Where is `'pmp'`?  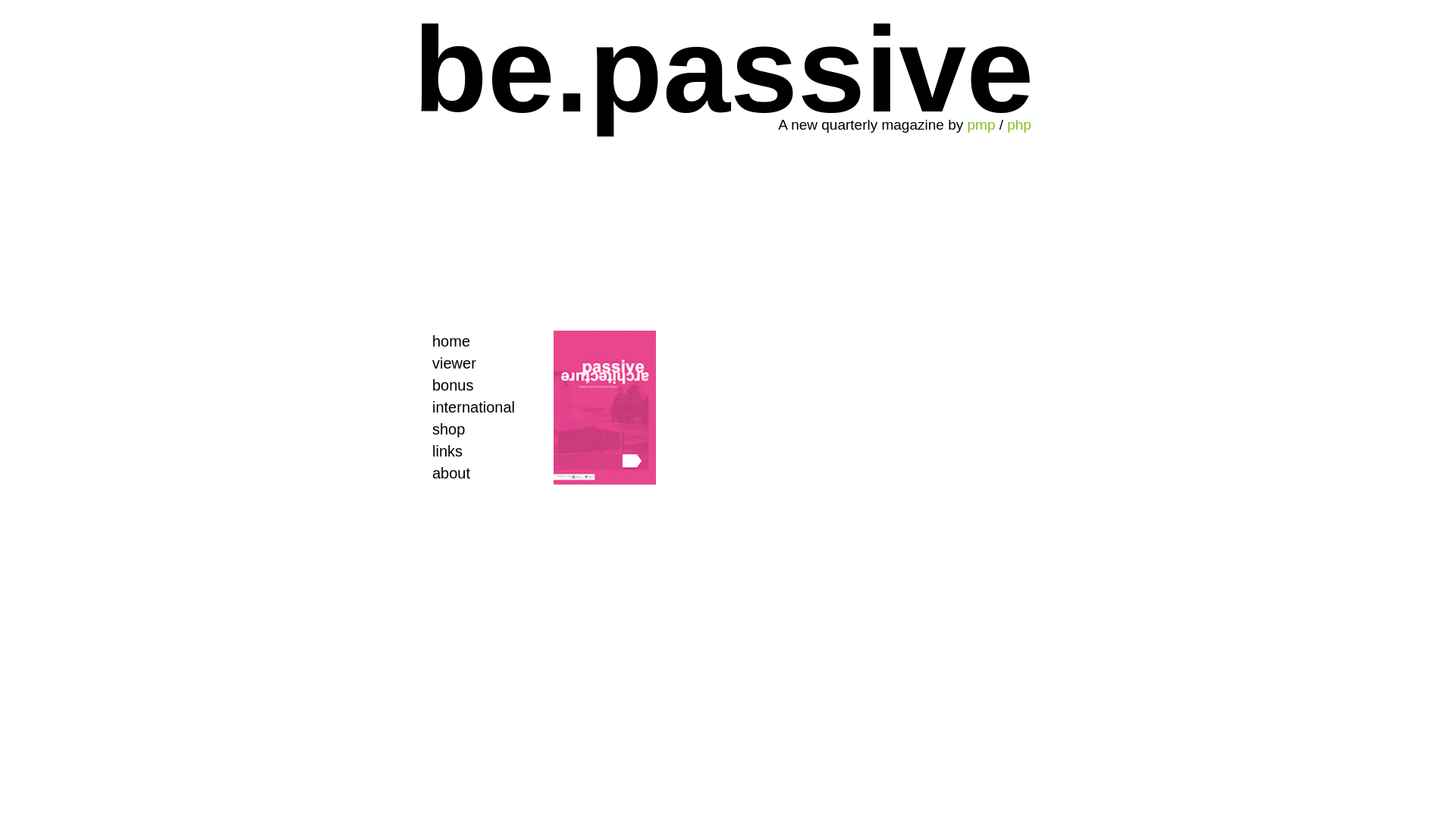 'pmp' is located at coordinates (981, 124).